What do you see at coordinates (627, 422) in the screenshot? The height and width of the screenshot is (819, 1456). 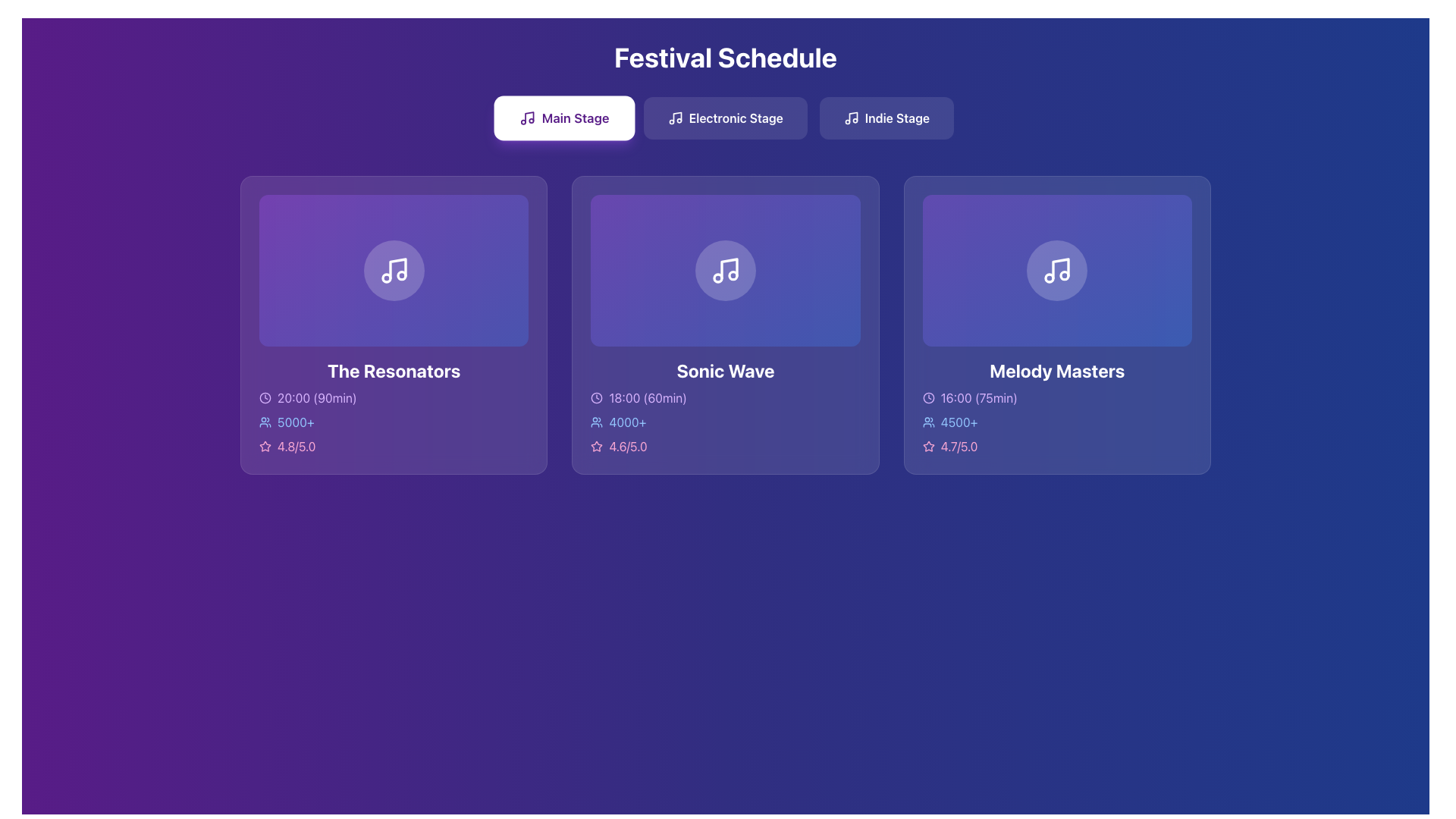 I see `the Text label displaying '4000+' in blue font, located to the right of an icon under the 'Sonic Wave' card` at bounding box center [627, 422].